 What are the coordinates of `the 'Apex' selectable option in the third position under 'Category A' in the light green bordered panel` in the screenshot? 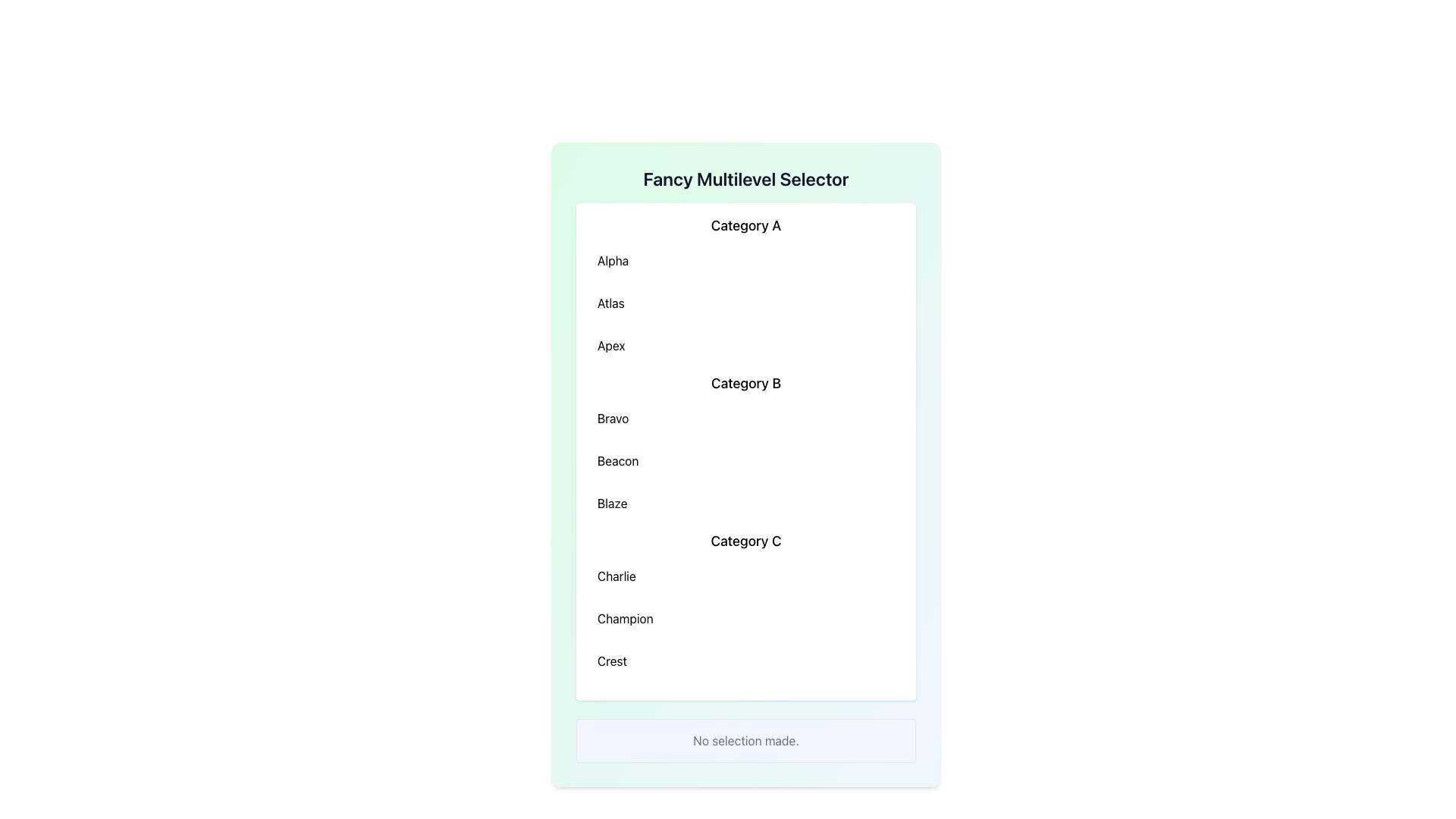 It's located at (611, 345).